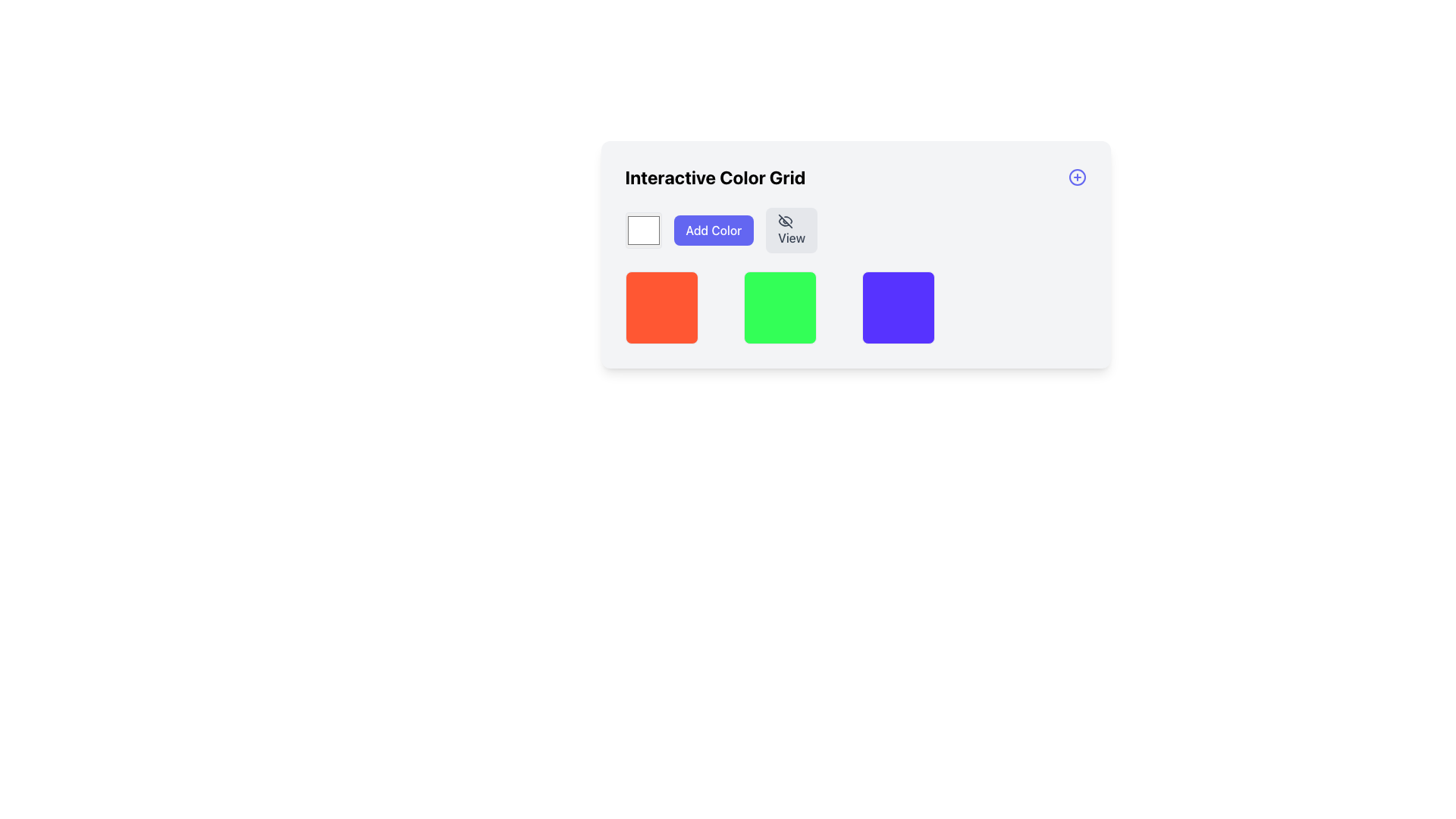 This screenshot has height=819, width=1456. I want to click on the central area of the 'Interactive Color Grid', so click(855, 307).